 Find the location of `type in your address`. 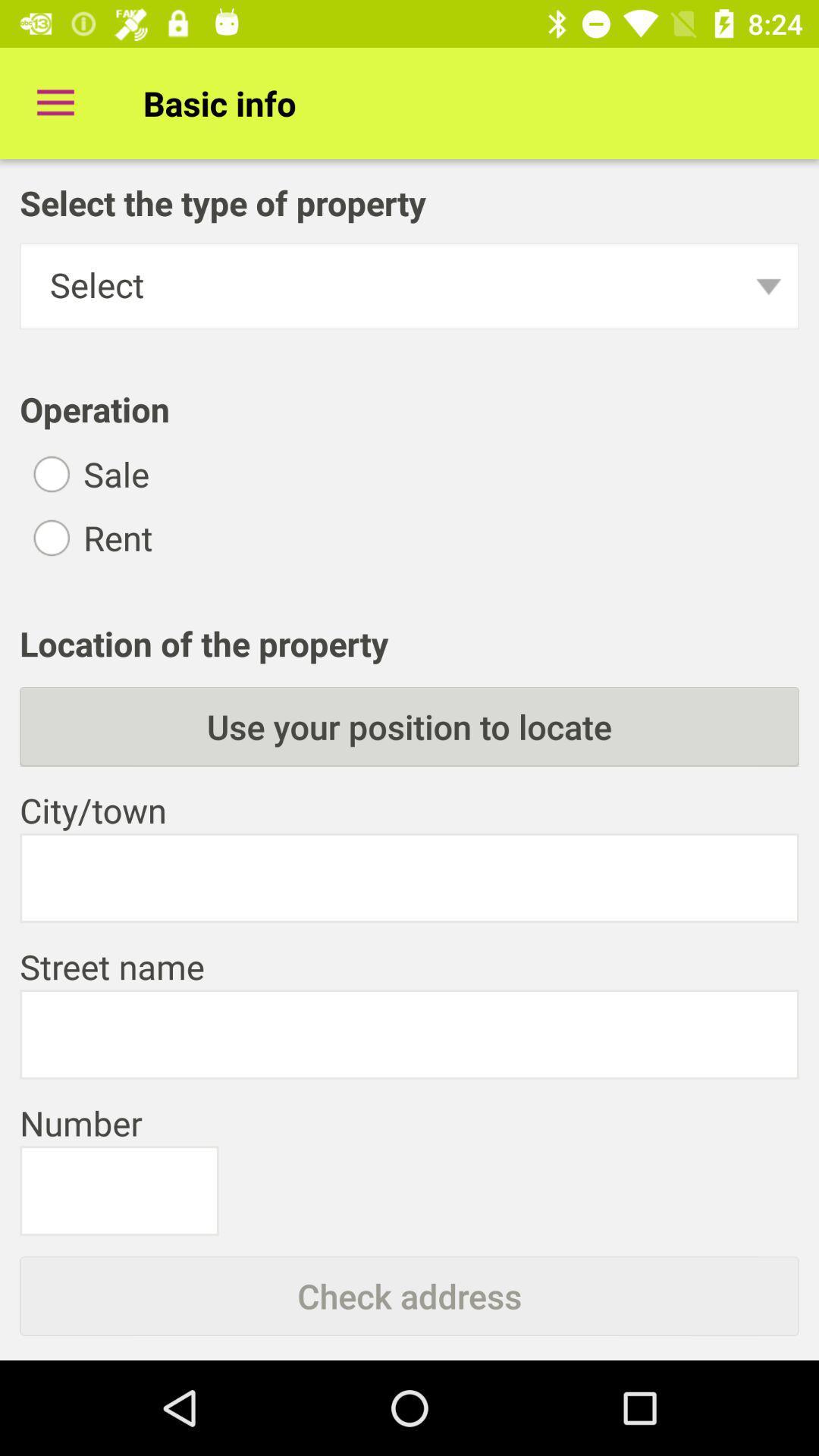

type in your address is located at coordinates (409, 1034).